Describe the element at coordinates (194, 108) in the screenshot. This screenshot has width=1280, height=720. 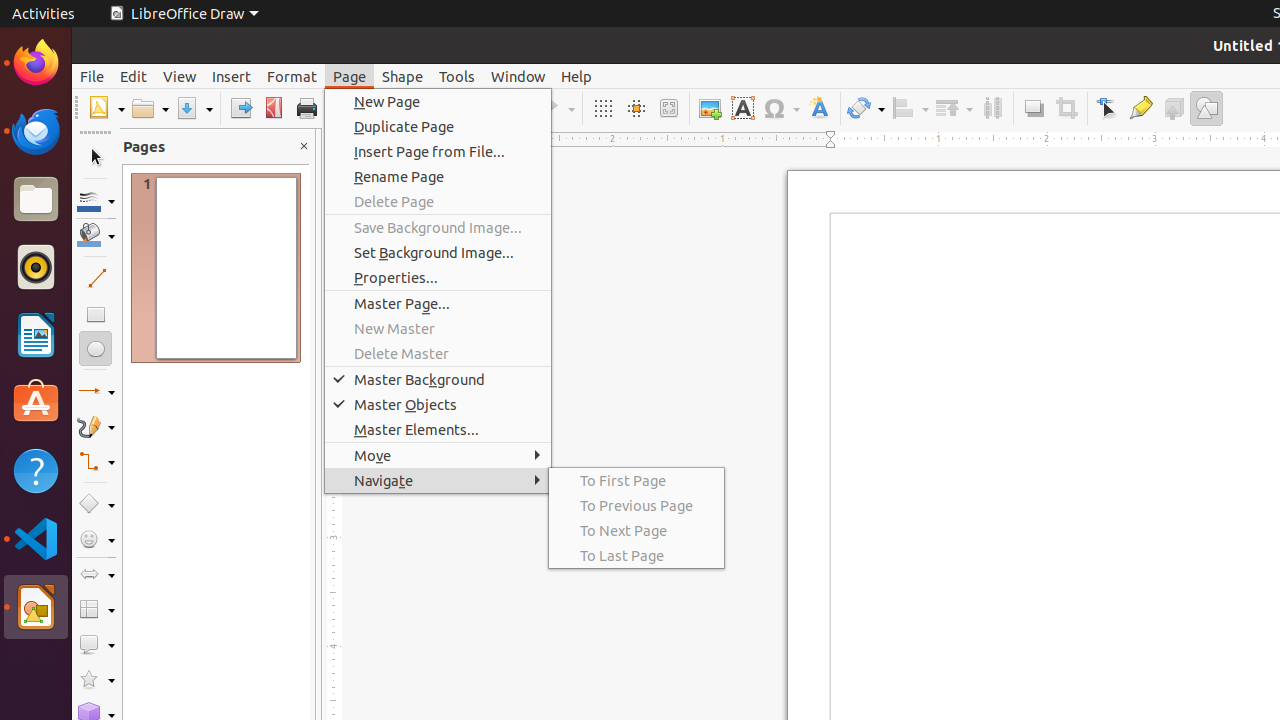
I see `'Save'` at that location.